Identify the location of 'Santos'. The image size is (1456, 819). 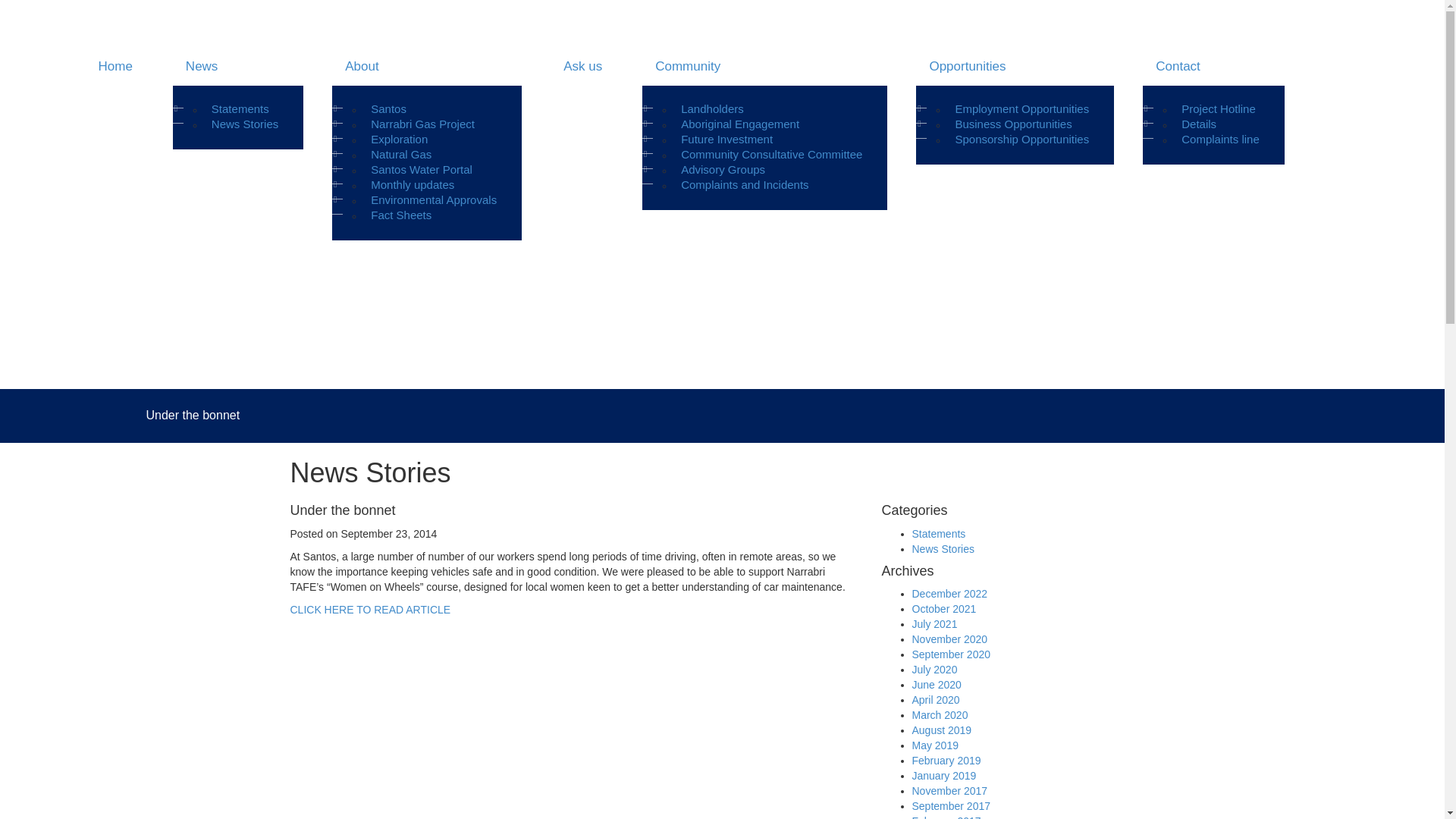
(388, 108).